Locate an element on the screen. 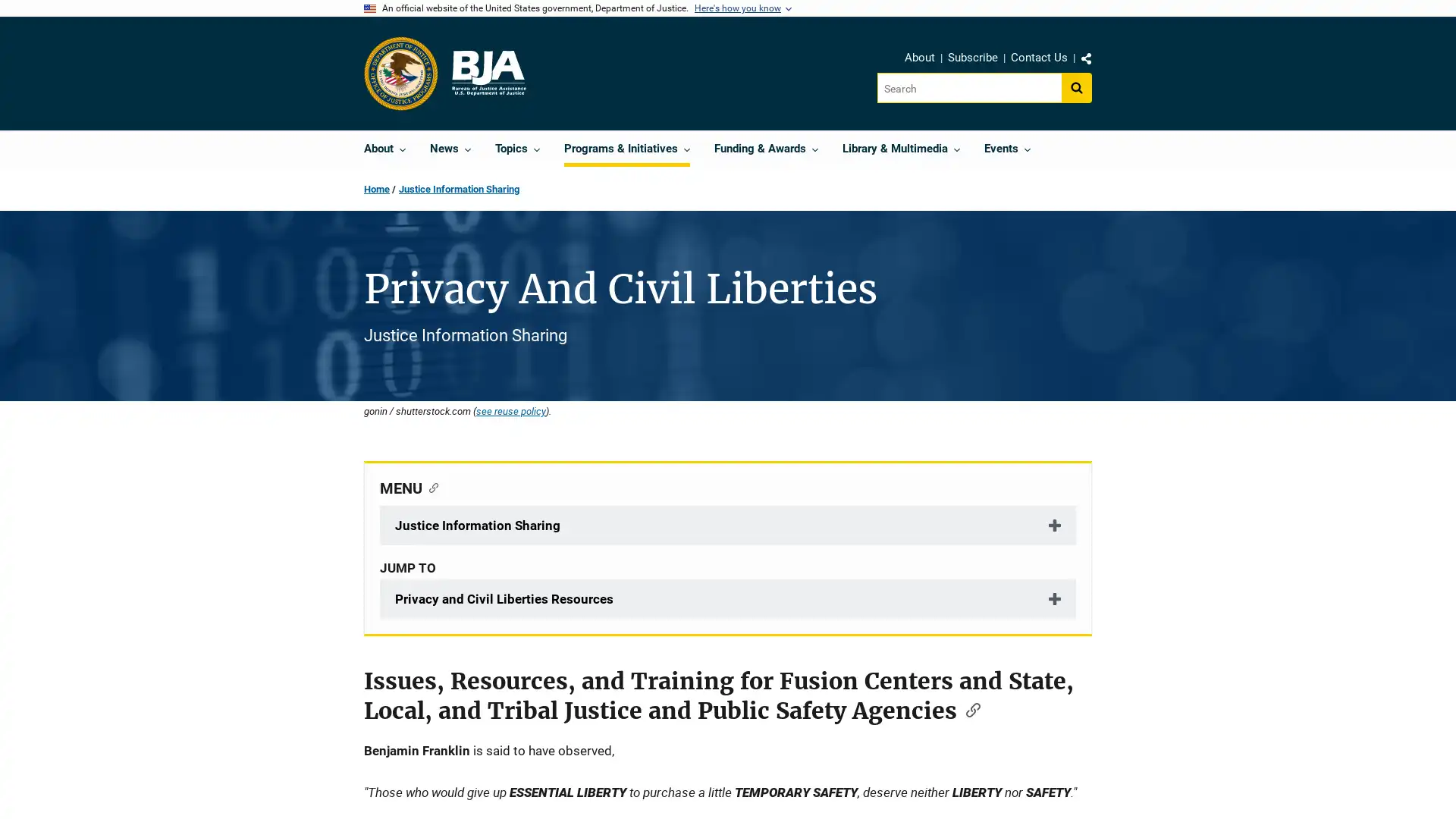  Here's how you know is located at coordinates (738, 8).